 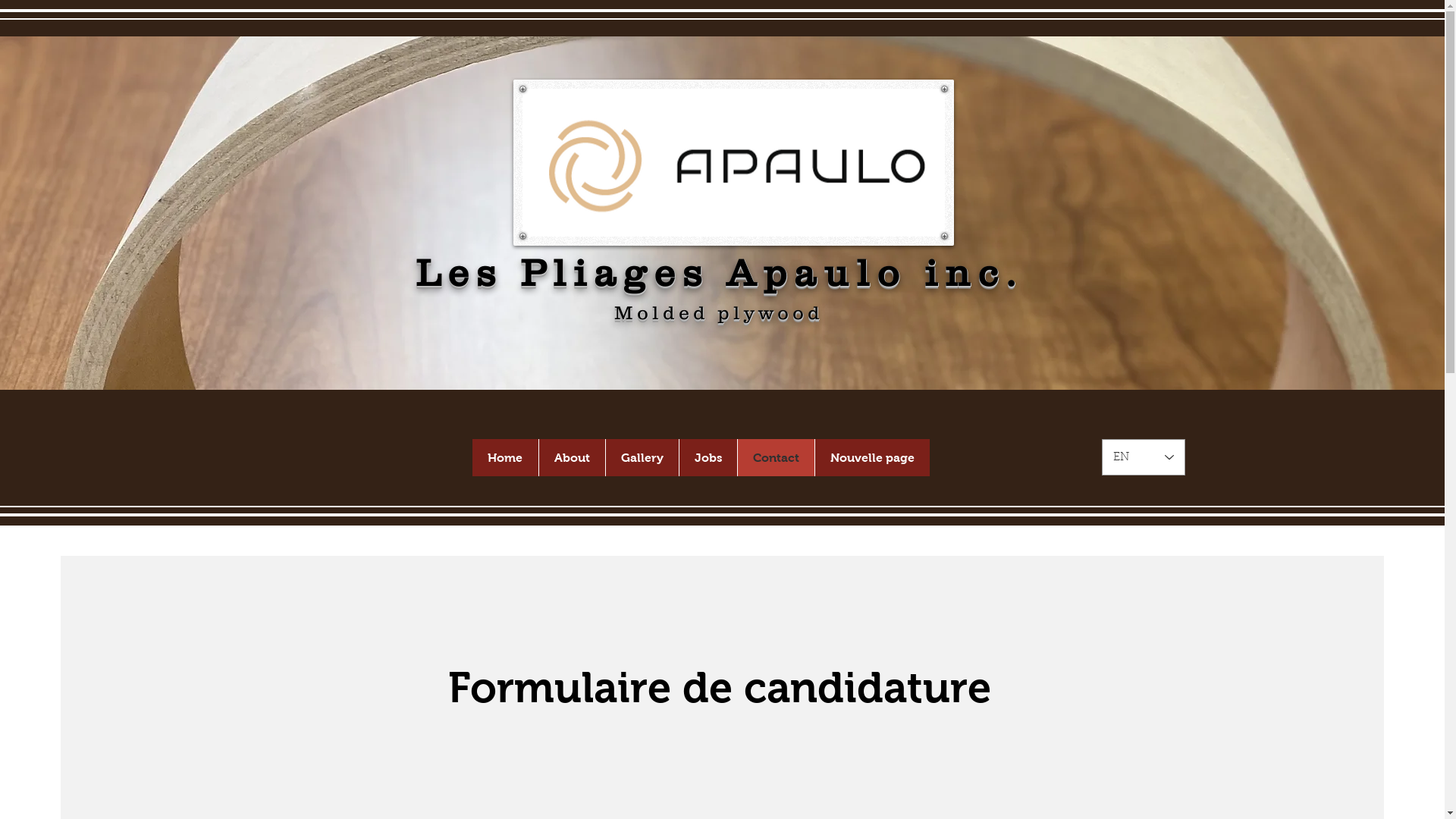 I want to click on 'Jobs', so click(x=706, y=457).